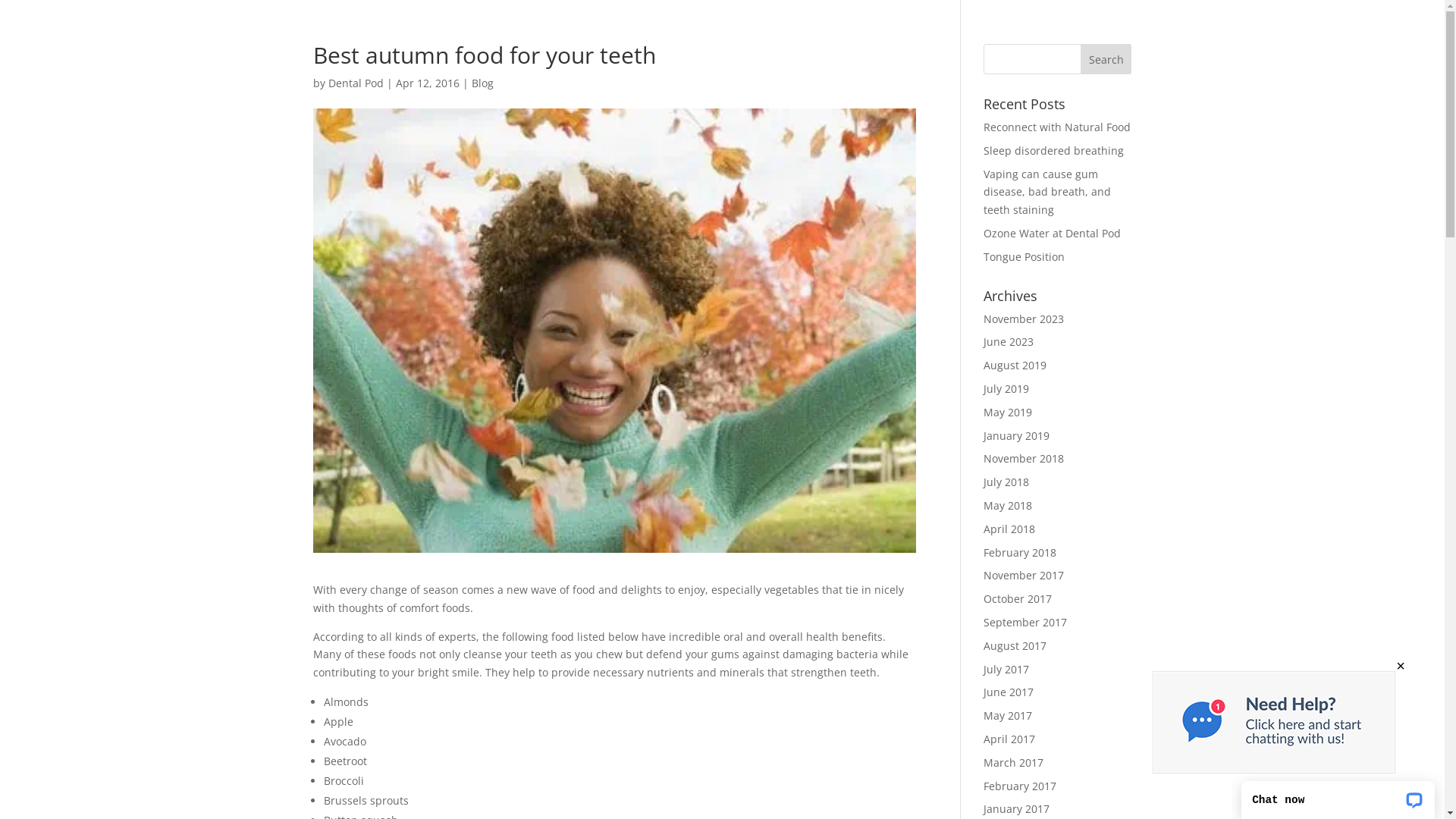 The image size is (1456, 819). I want to click on 'Dental Pod', so click(354, 83).